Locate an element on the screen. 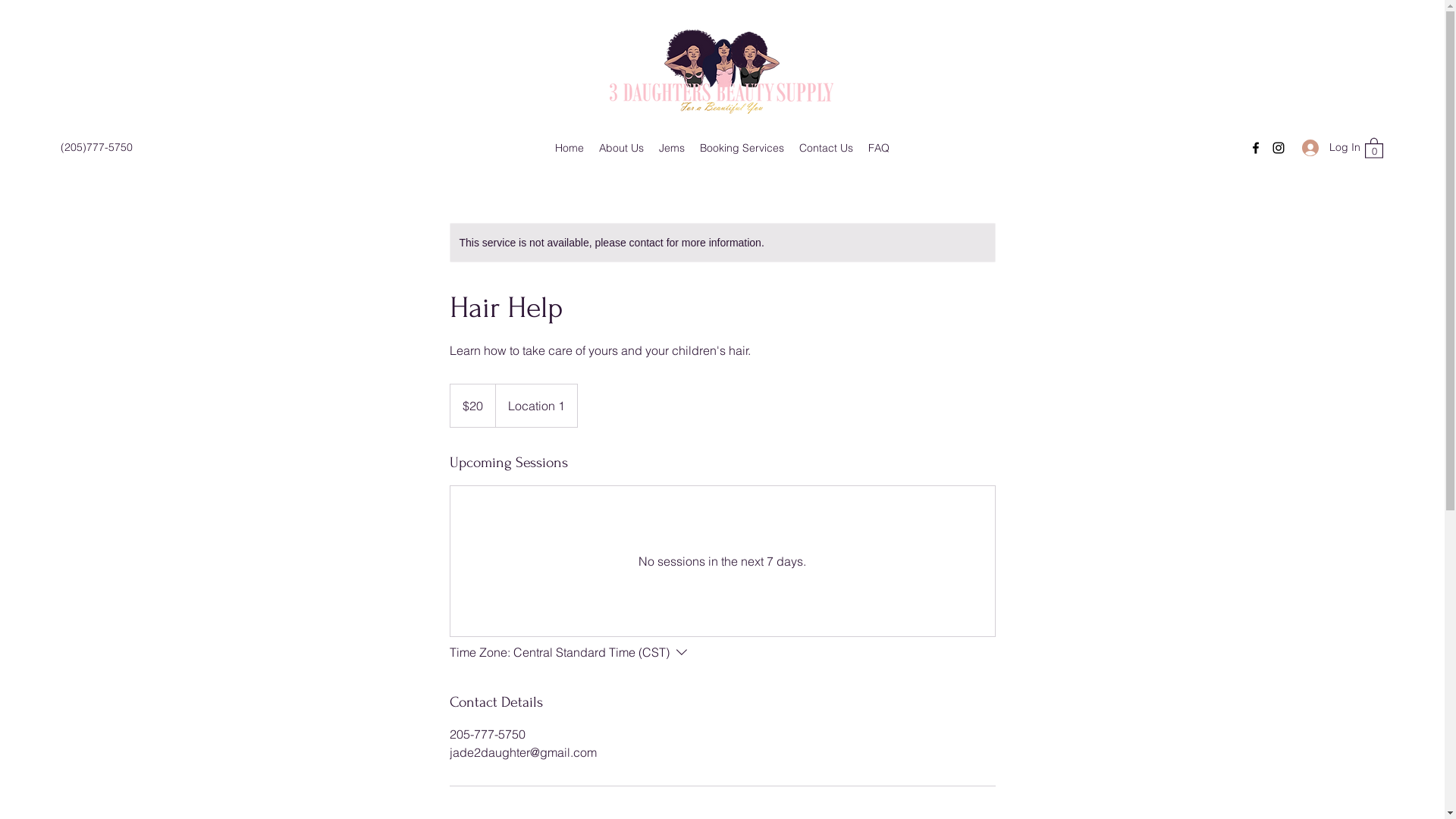  'Home' is located at coordinates (568, 148).